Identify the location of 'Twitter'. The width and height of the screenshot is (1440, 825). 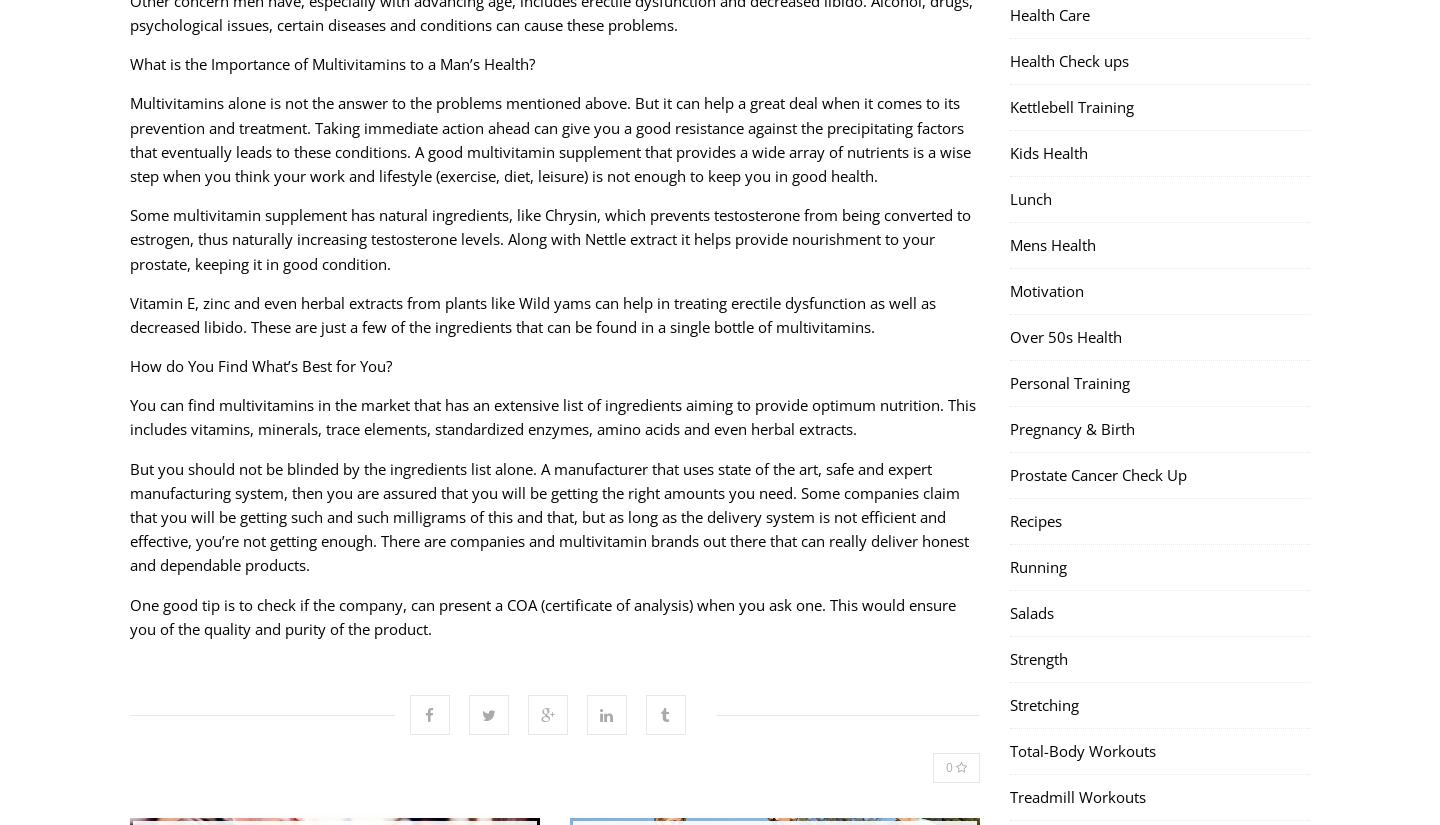
(487, 665).